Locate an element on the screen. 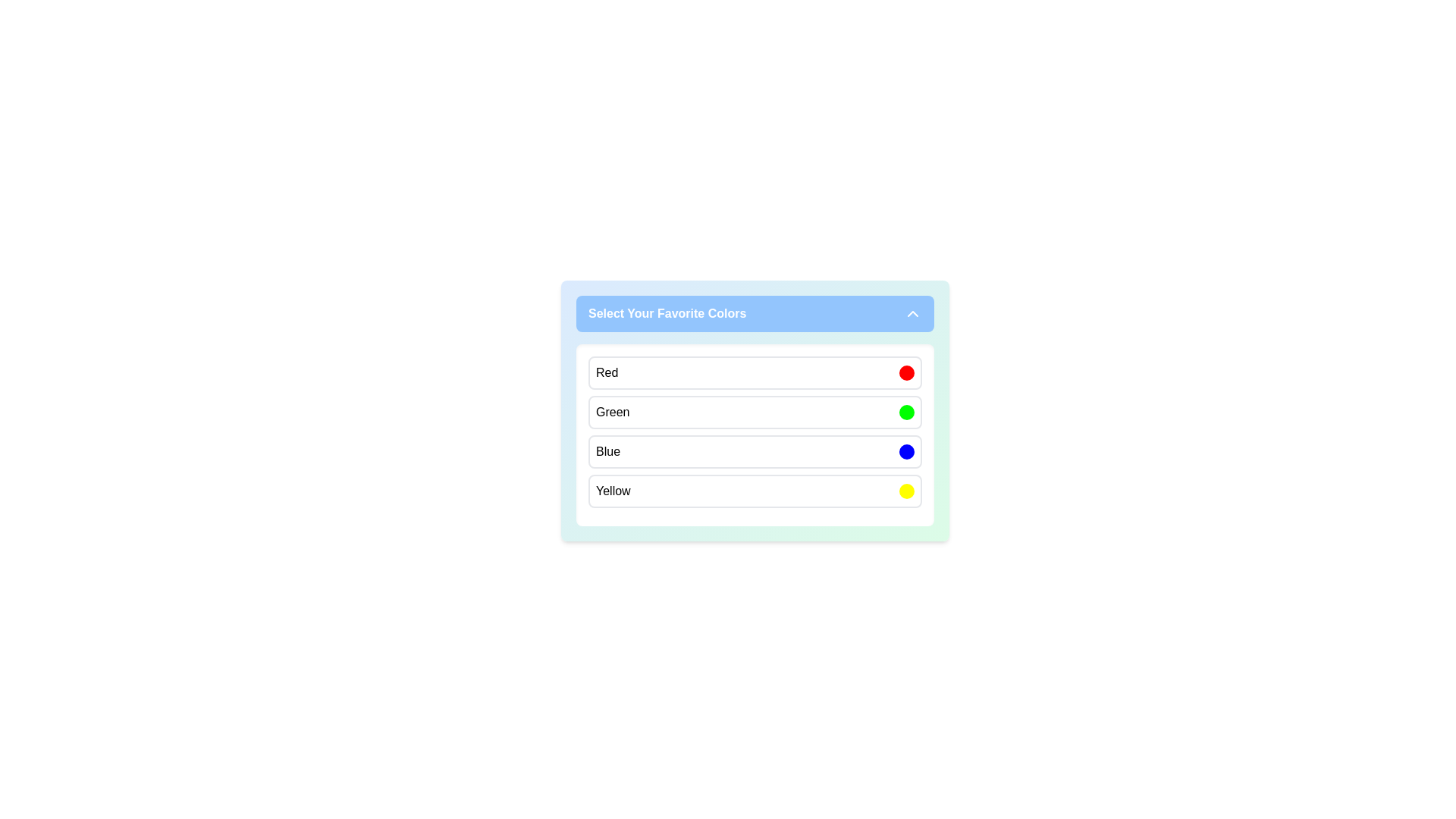  the selectable list item for the color 'Green' located in the second row of the panel labeled 'Select Your Favorite Colors' is located at coordinates (755, 411).